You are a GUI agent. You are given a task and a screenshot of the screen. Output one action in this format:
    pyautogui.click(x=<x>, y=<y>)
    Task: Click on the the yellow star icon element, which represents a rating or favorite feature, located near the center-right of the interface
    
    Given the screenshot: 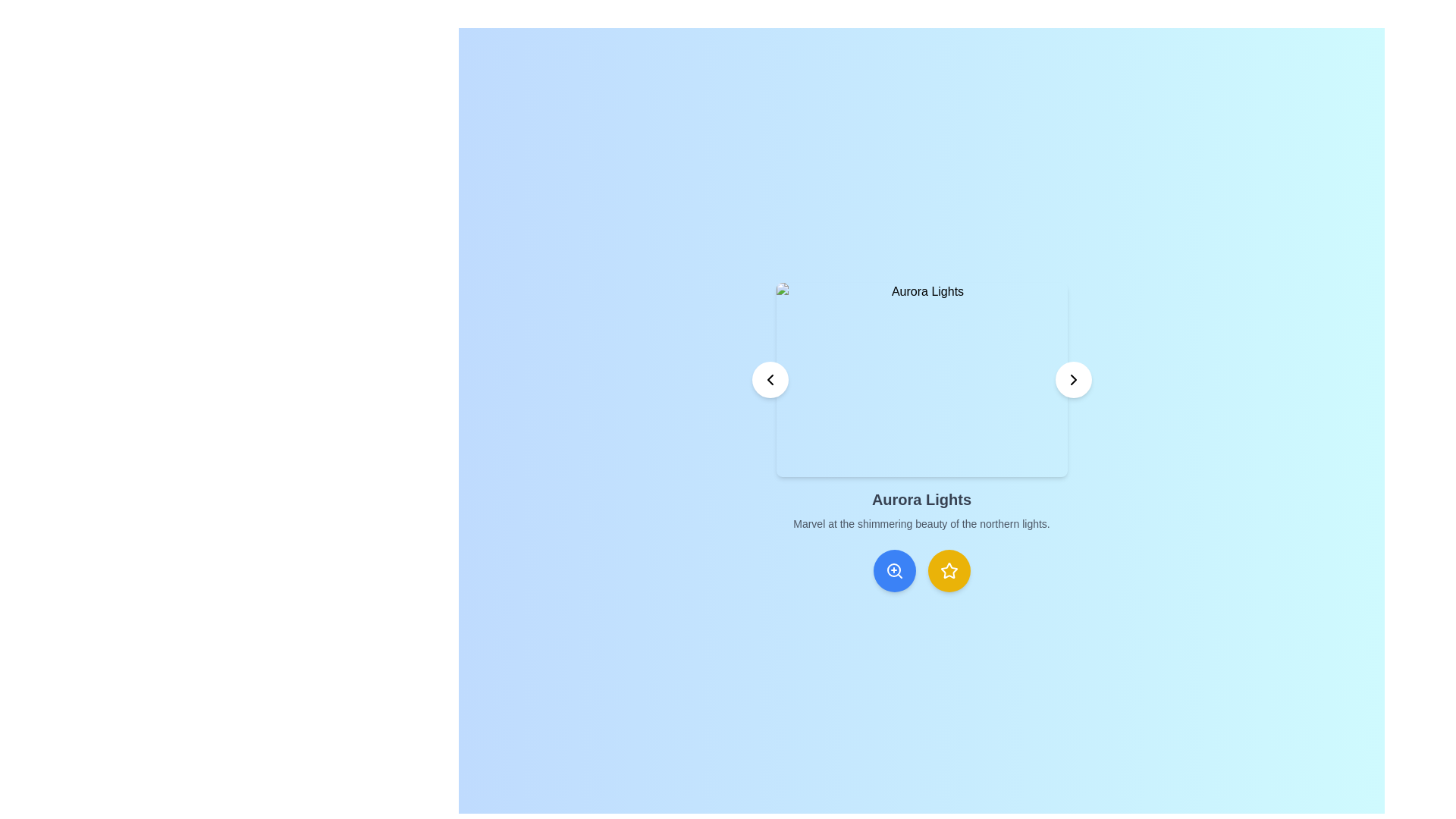 What is the action you would take?
    pyautogui.click(x=948, y=570)
    